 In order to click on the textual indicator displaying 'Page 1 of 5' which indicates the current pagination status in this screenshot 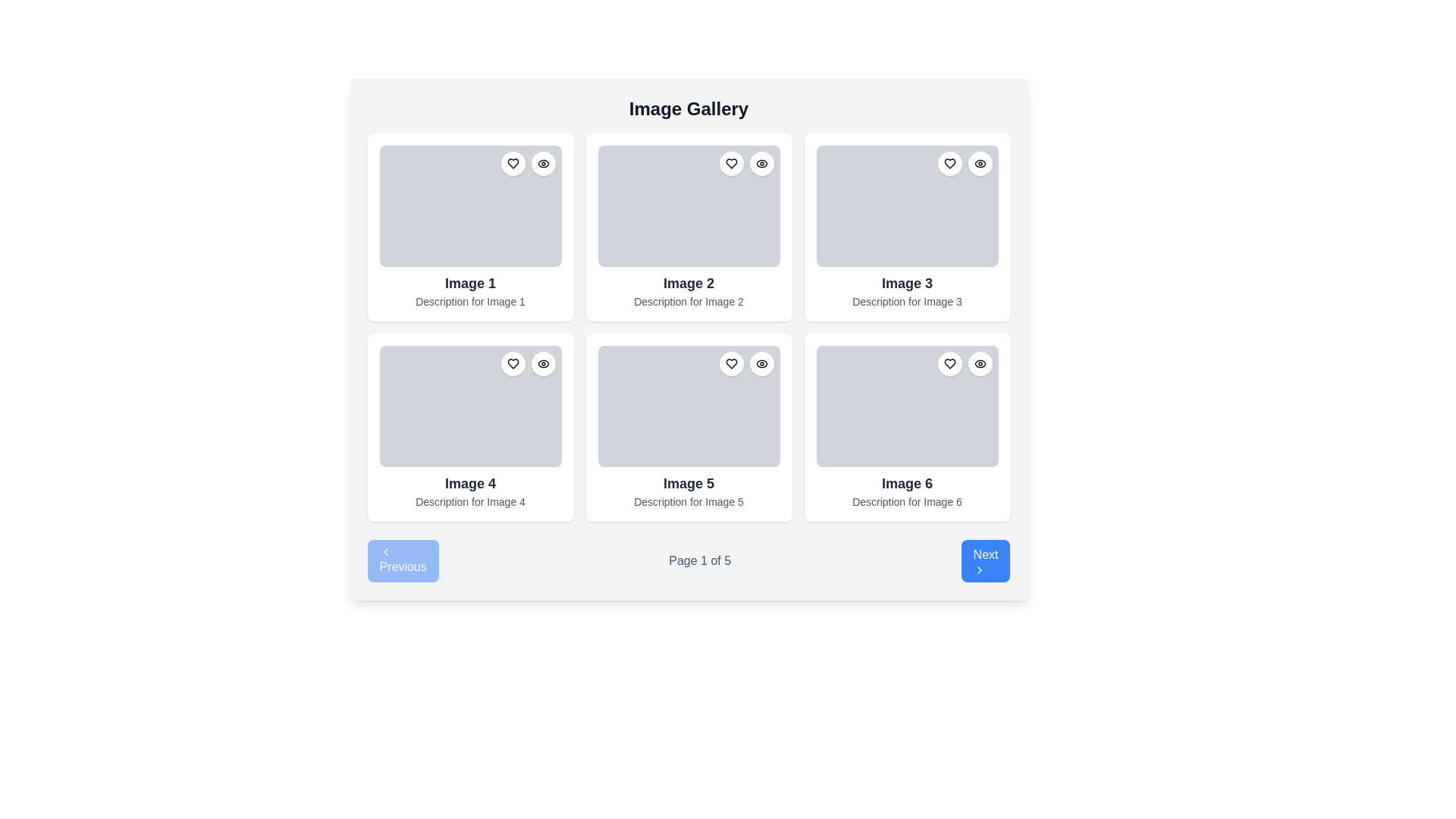, I will do `click(699, 561)`.